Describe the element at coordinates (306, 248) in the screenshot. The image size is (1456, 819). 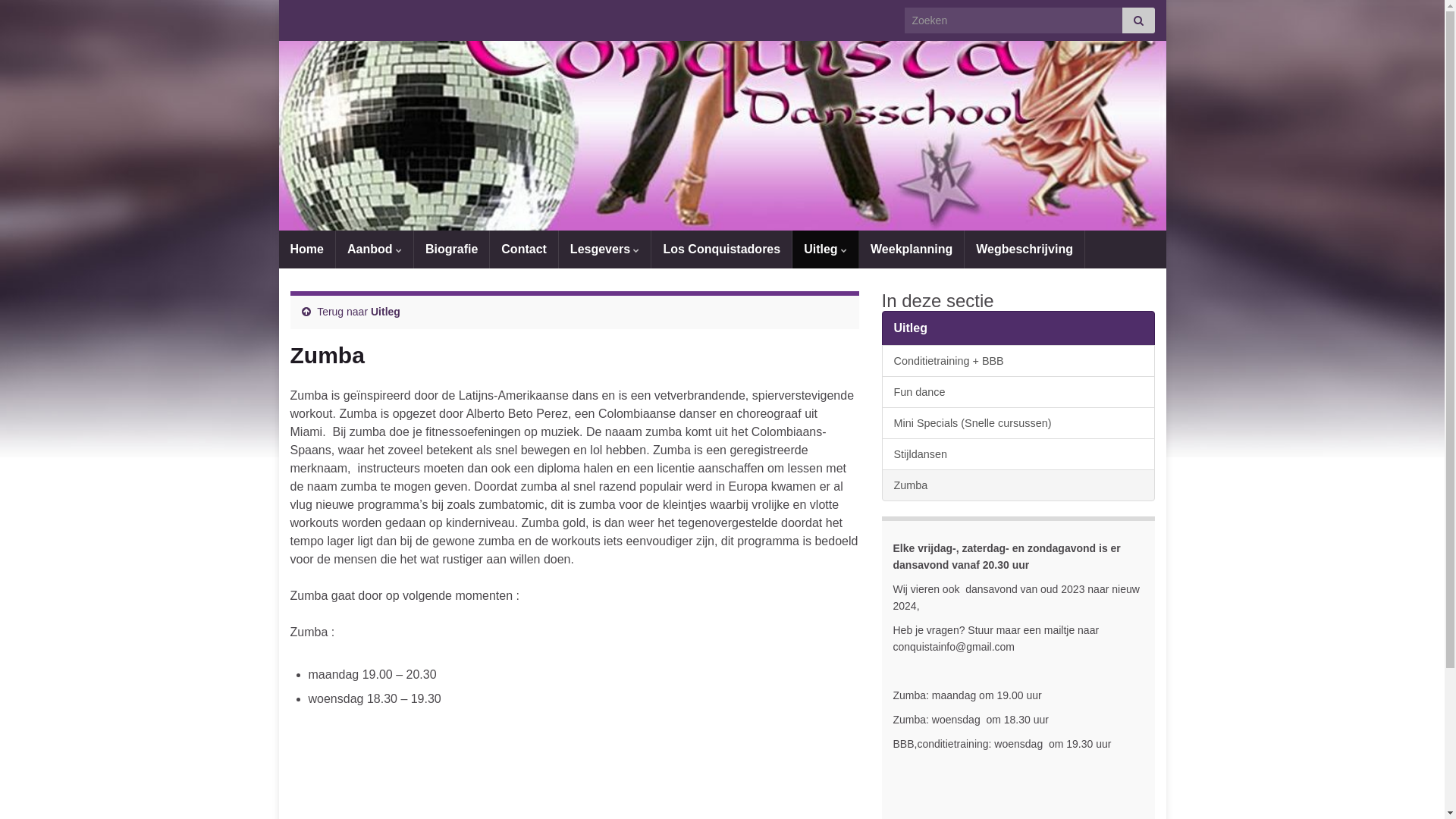
I see `'Home'` at that location.